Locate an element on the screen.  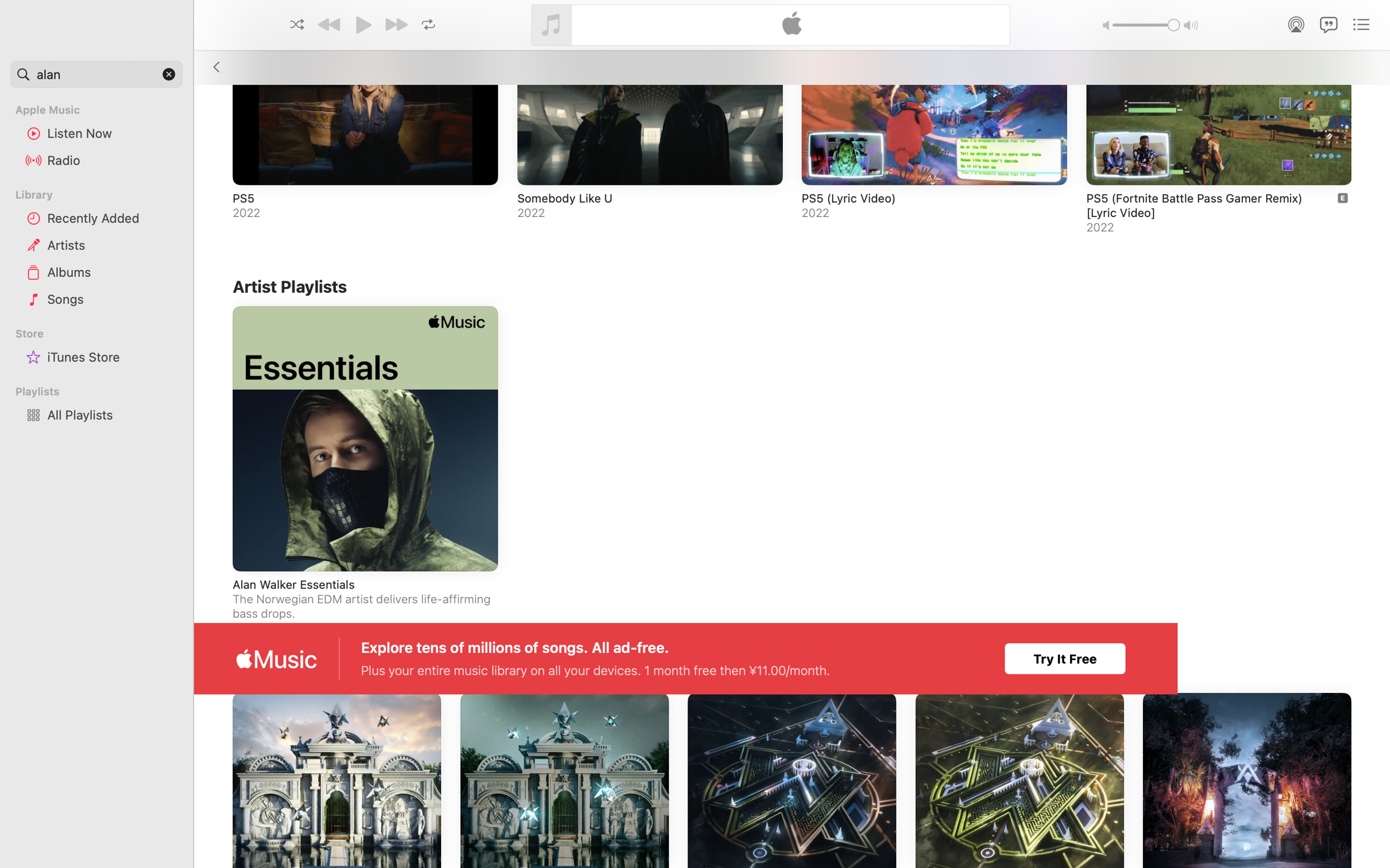
'Explore tens of millions of songs. All ad-free.' is located at coordinates (515, 646).